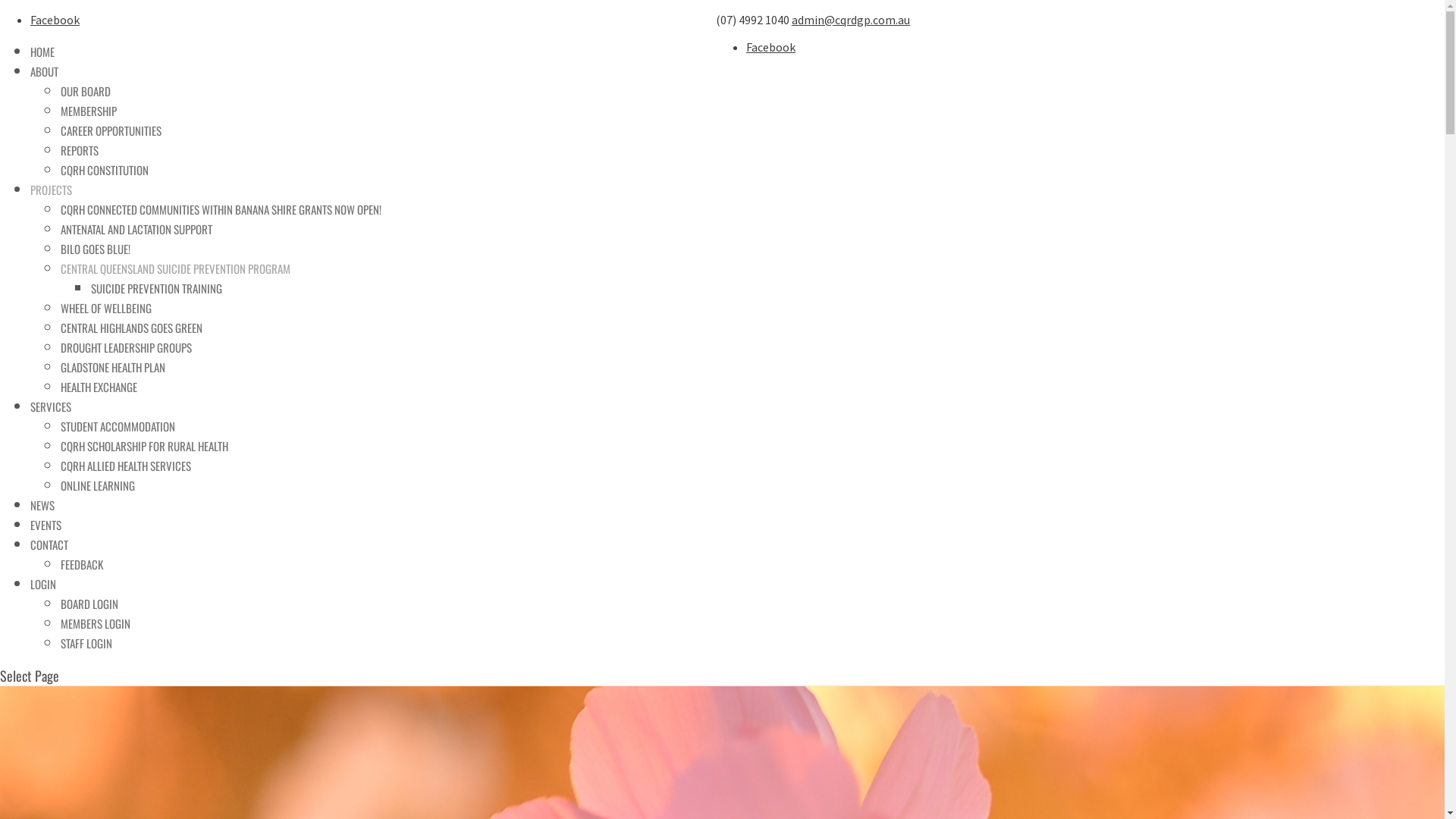  Describe the element at coordinates (30, 523) in the screenshot. I see `'EVENTS'` at that location.